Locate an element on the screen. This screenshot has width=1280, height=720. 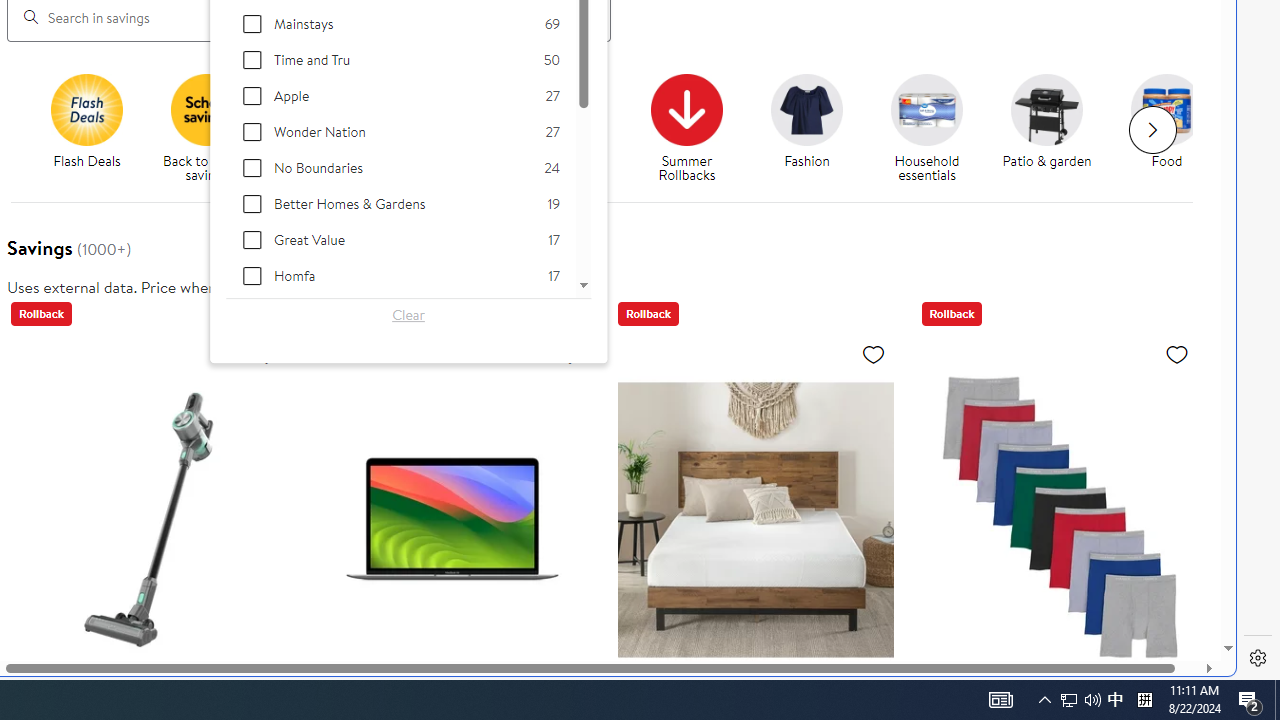
'Household essentials Household essentials' is located at coordinates (926, 129).